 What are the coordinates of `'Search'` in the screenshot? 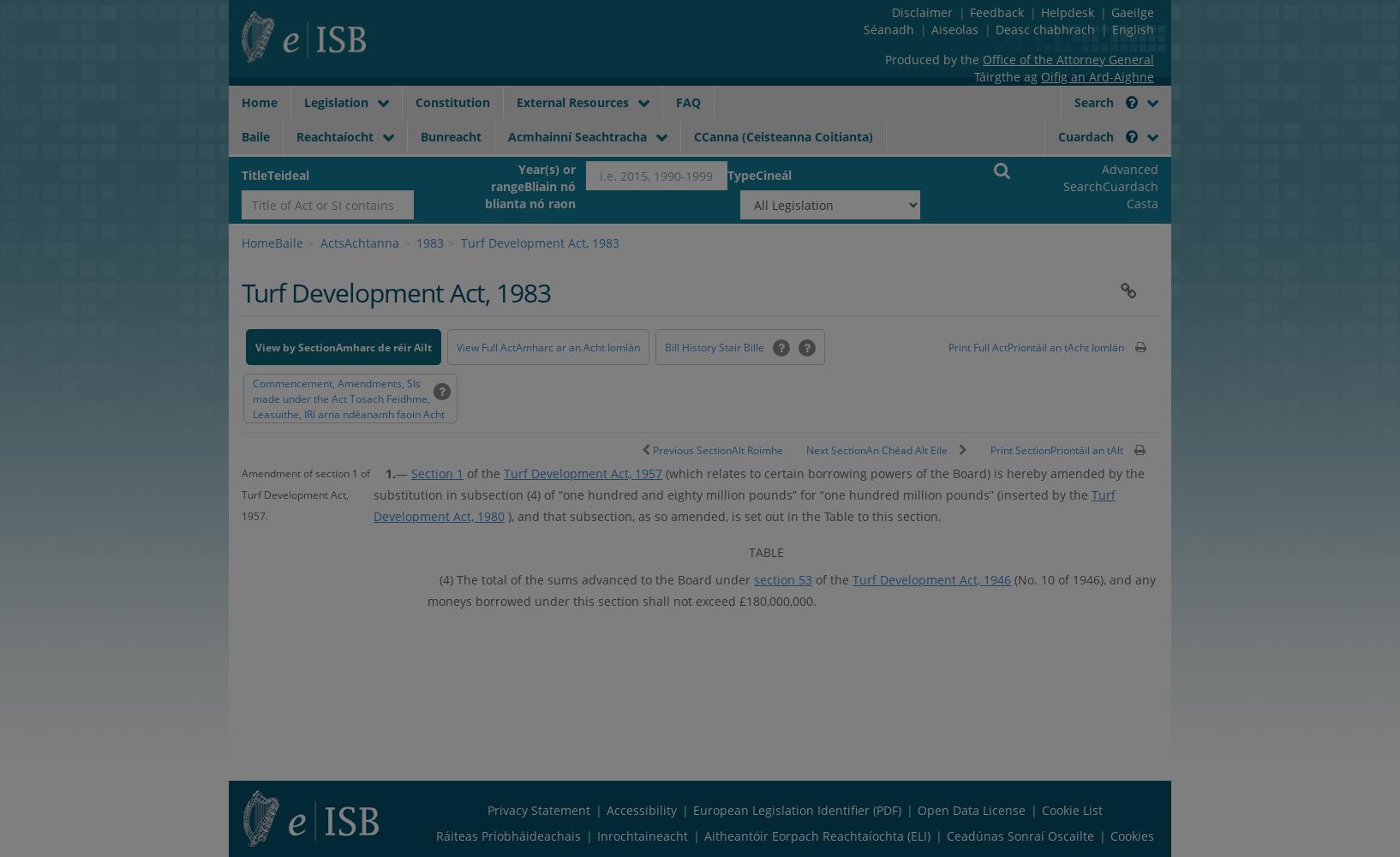 It's located at (1095, 101).